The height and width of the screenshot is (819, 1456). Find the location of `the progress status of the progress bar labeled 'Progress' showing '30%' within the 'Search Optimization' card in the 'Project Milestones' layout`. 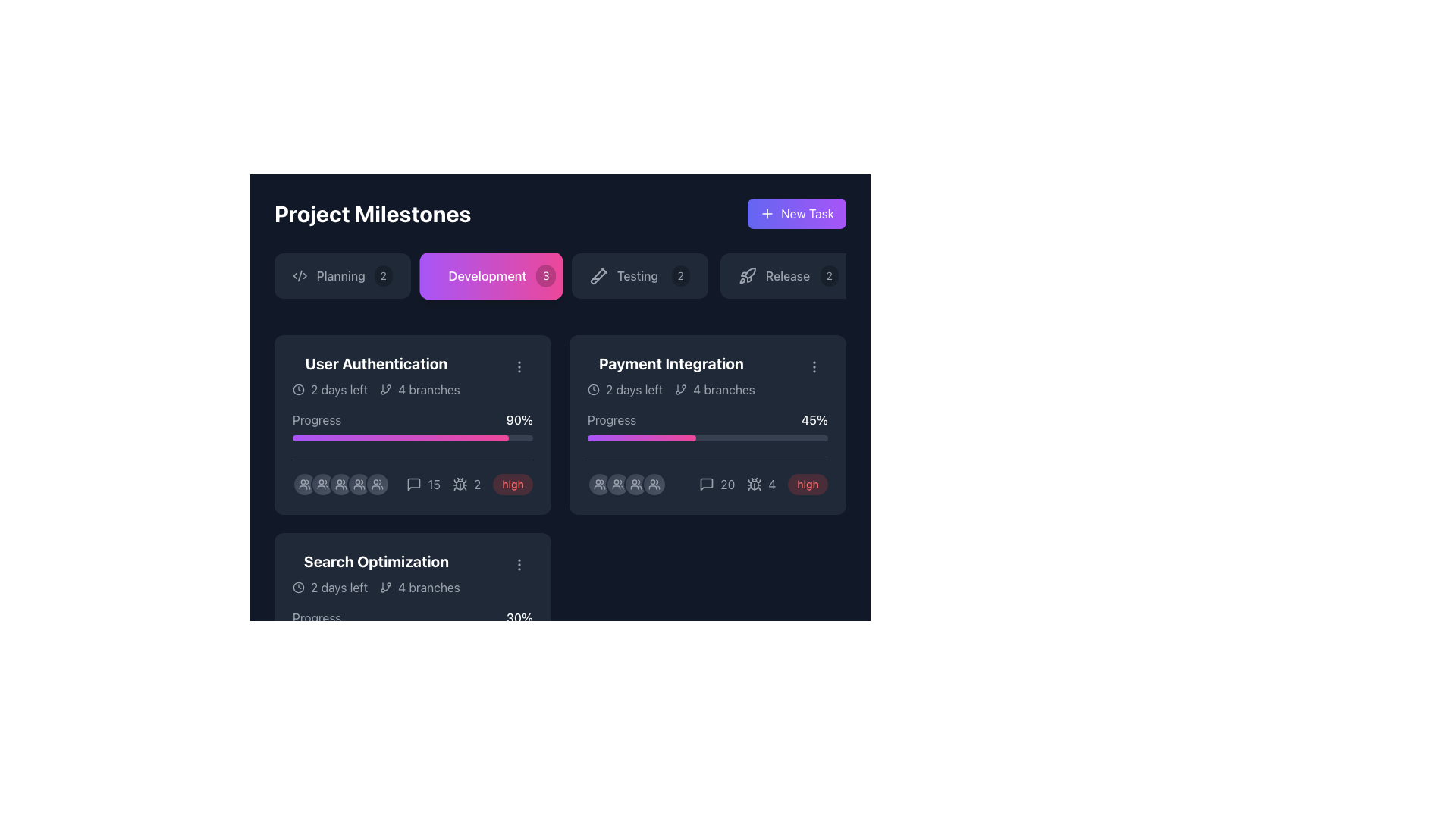

the progress status of the progress bar labeled 'Progress' showing '30%' within the 'Search Optimization' card in the 'Project Milestones' layout is located at coordinates (413, 623).